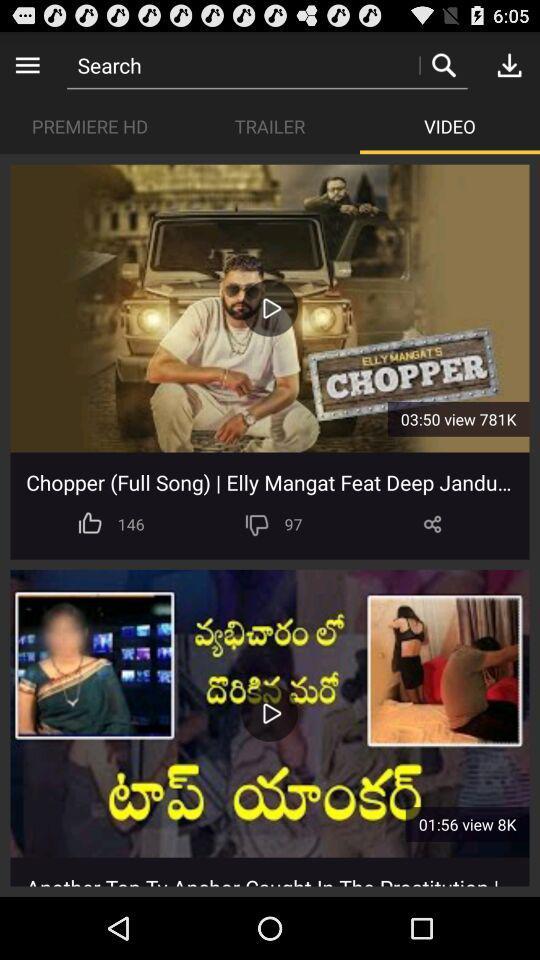  What do you see at coordinates (257, 523) in the screenshot?
I see `item to the left of the 97 item` at bounding box center [257, 523].